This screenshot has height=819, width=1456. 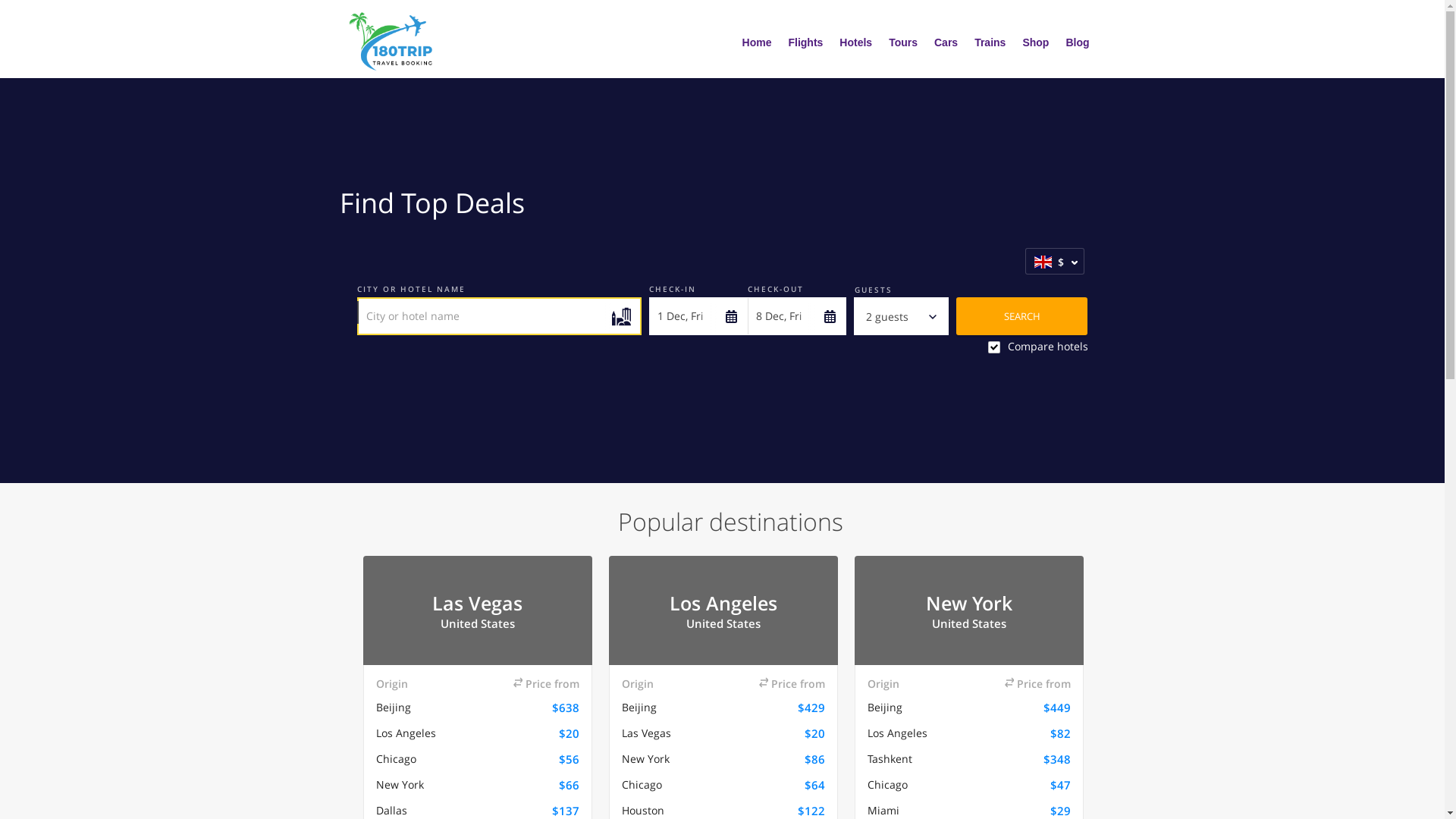 What do you see at coordinates (855, 42) in the screenshot?
I see `'Hotels'` at bounding box center [855, 42].